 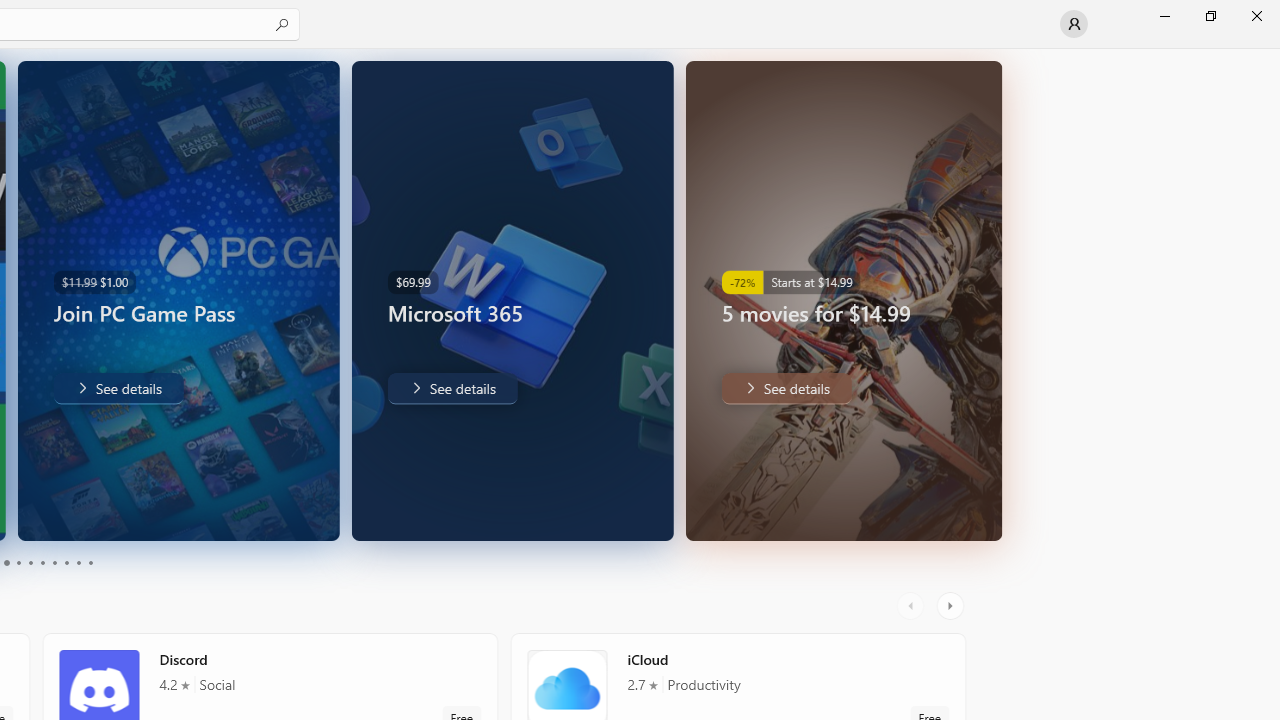 I want to click on 'AutomationID: LeftScrollButton', so click(x=912, y=605).